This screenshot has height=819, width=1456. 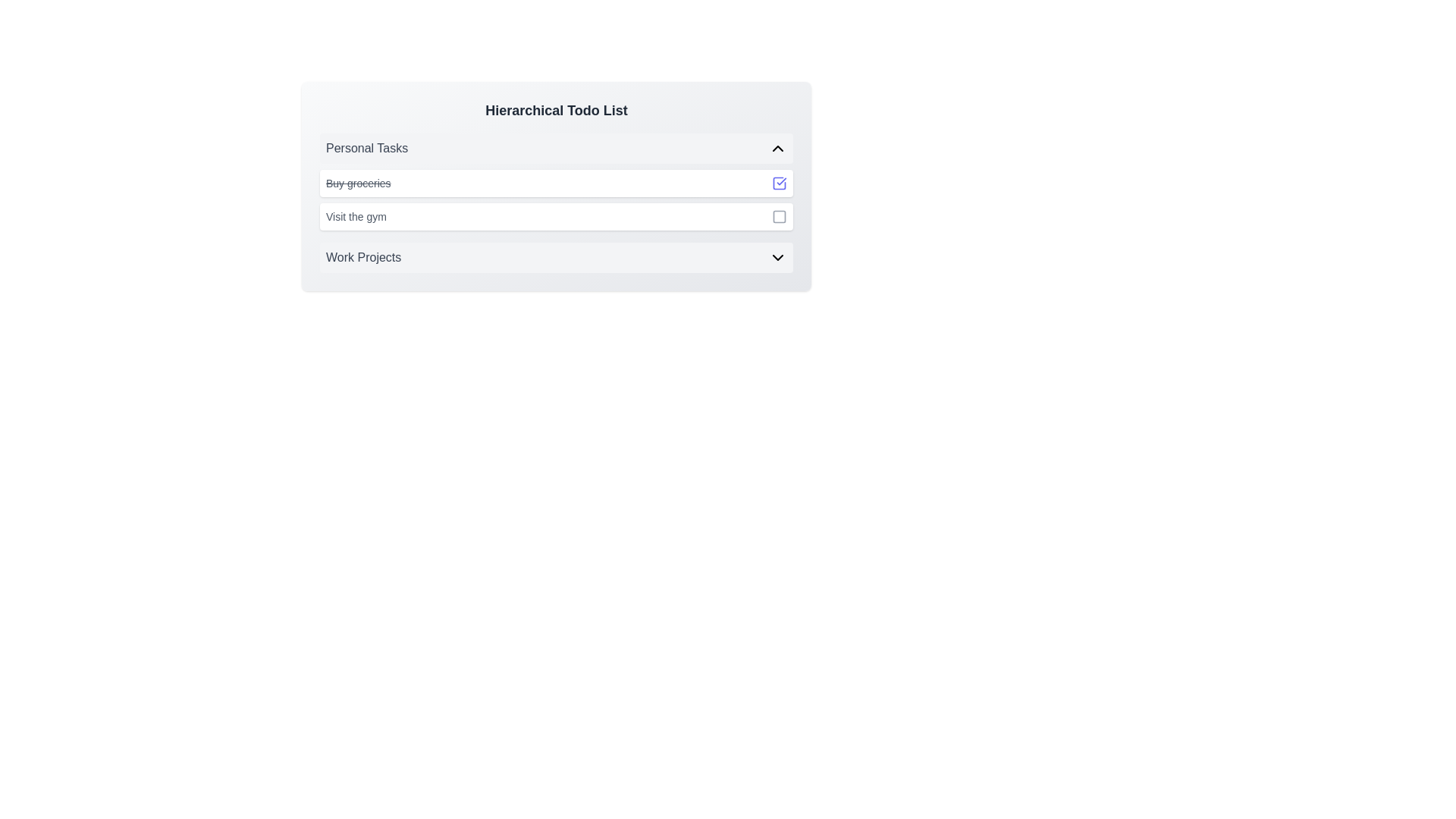 I want to click on the strikethrough on the 'Buy groceries' task item with a checkbox to confirm its completed state, so click(x=556, y=183).